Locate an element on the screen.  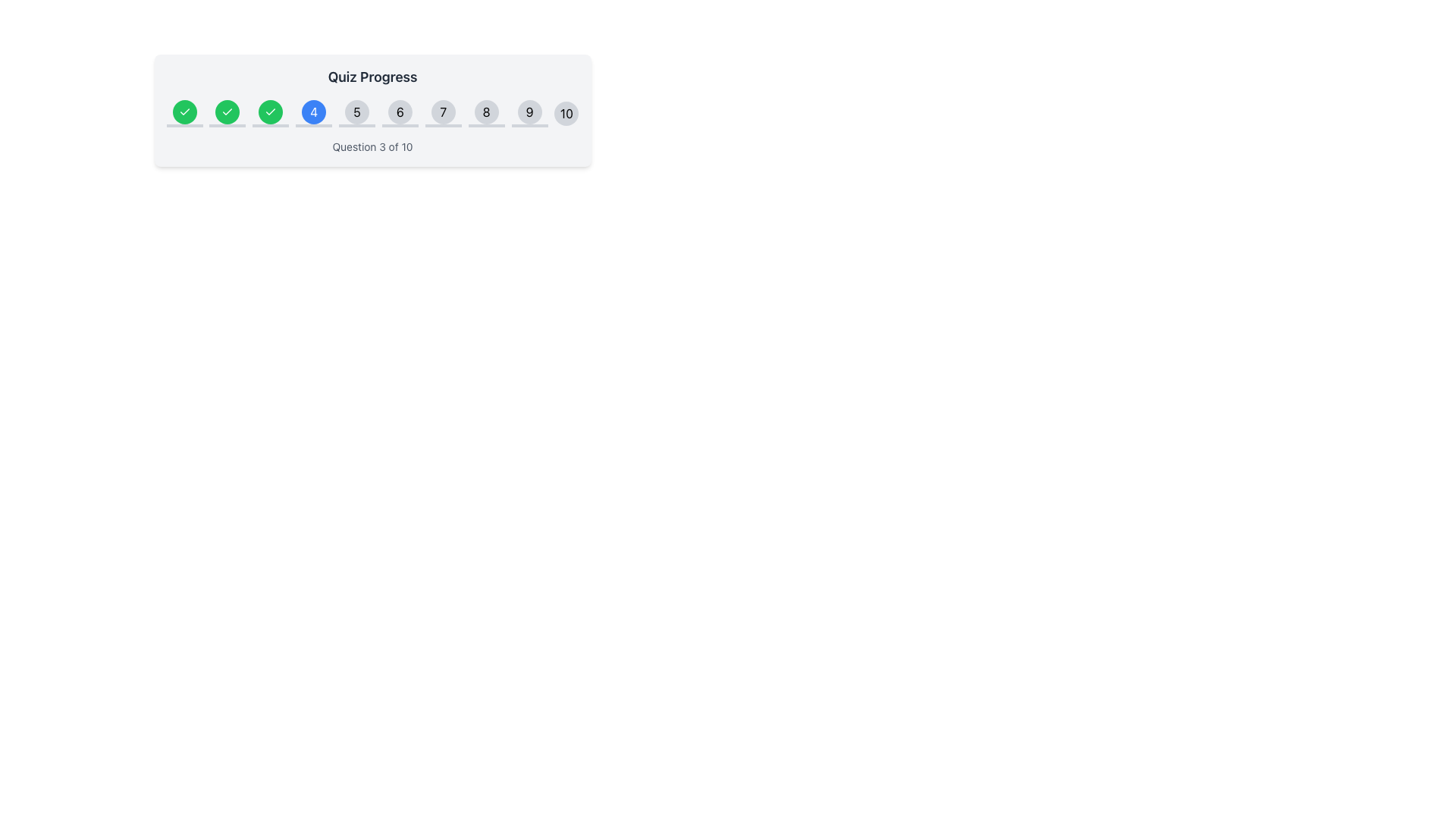
the first circular step indicator icon in the 'Quiz Progress' bar, which has a green background and a white checkmark is located at coordinates (184, 113).